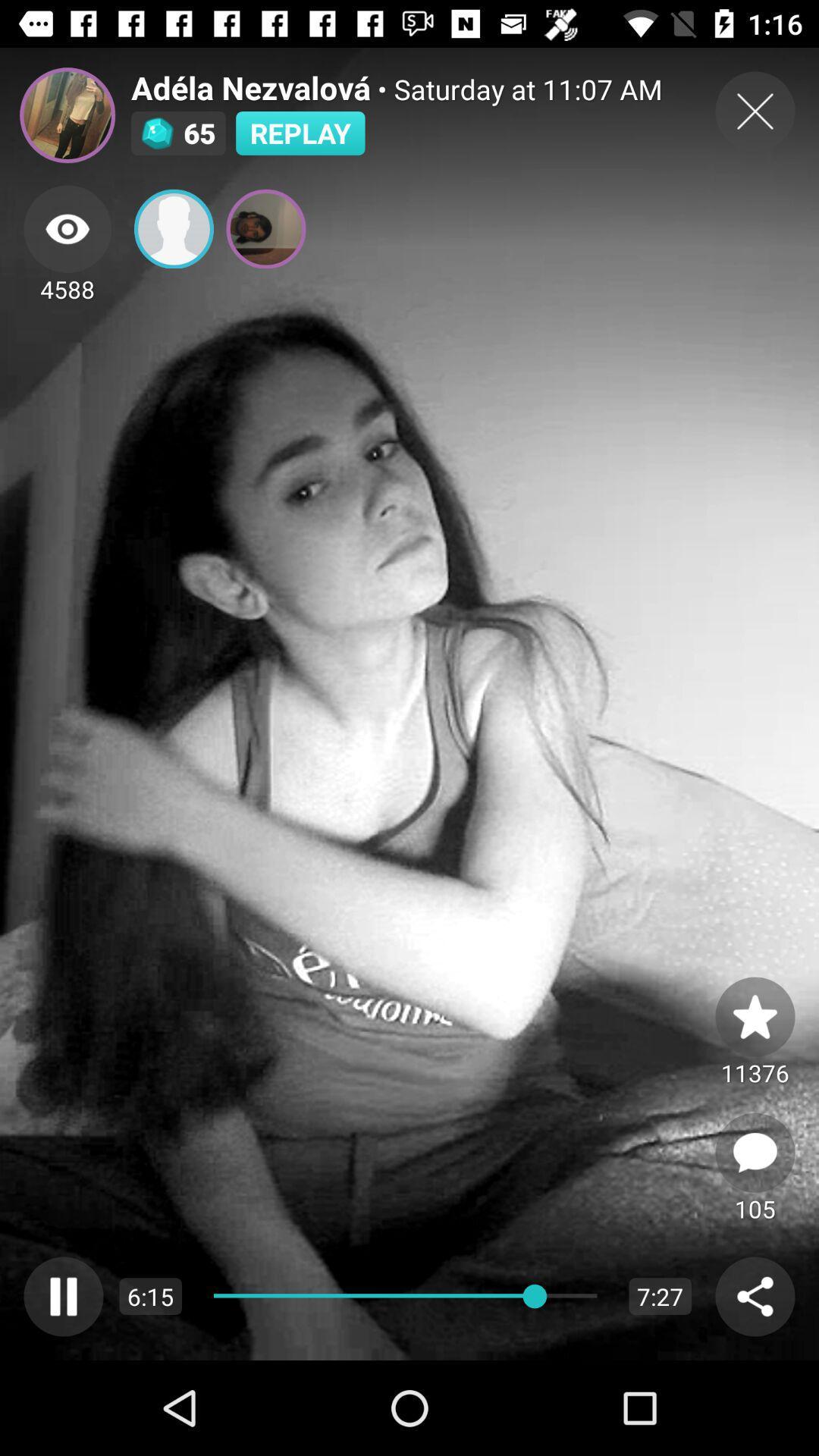 This screenshot has height=1456, width=819. What do you see at coordinates (63, 1295) in the screenshot?
I see `the pause icon` at bounding box center [63, 1295].